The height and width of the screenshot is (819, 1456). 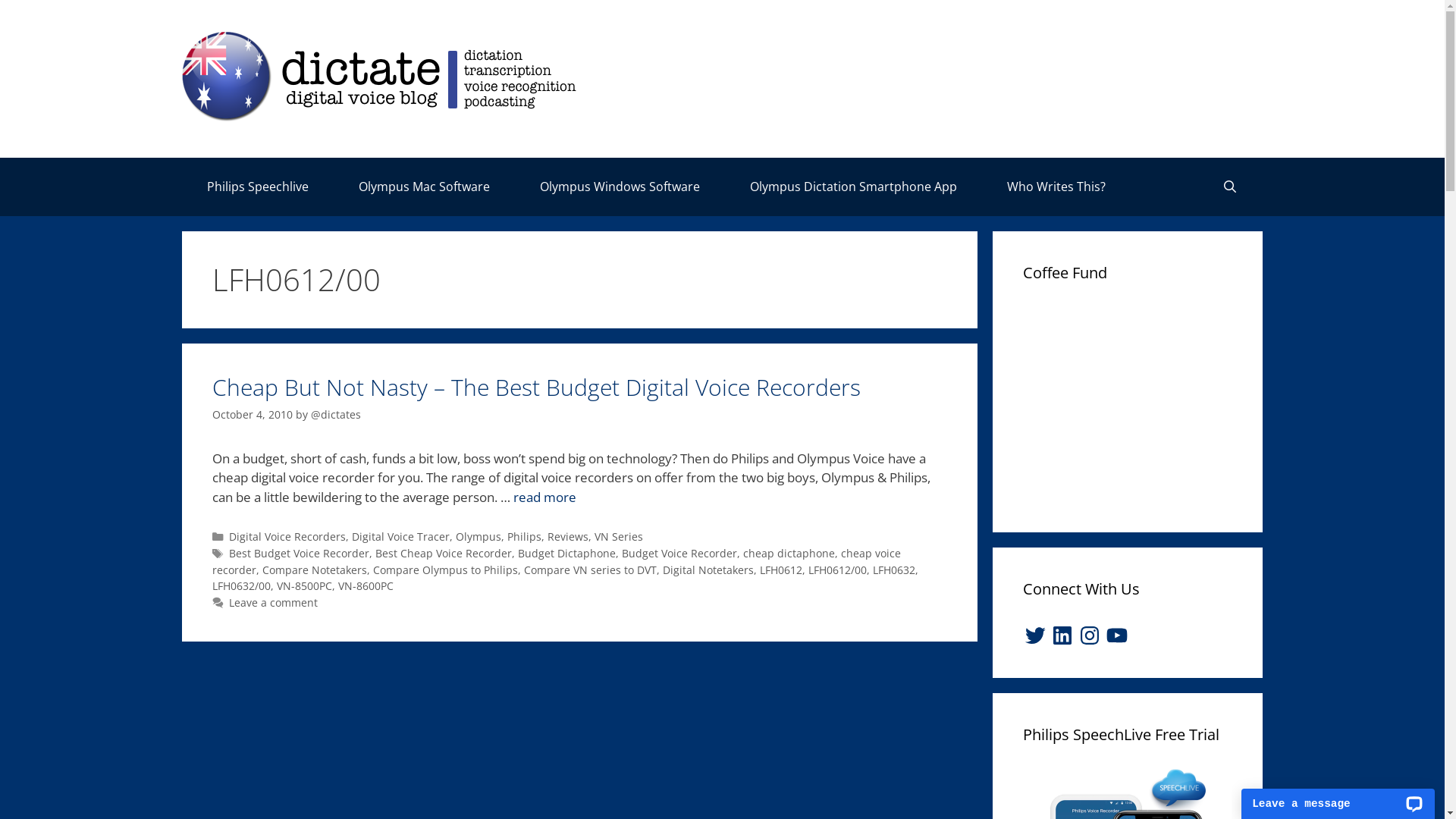 What do you see at coordinates (334, 414) in the screenshot?
I see `'@dictates'` at bounding box center [334, 414].